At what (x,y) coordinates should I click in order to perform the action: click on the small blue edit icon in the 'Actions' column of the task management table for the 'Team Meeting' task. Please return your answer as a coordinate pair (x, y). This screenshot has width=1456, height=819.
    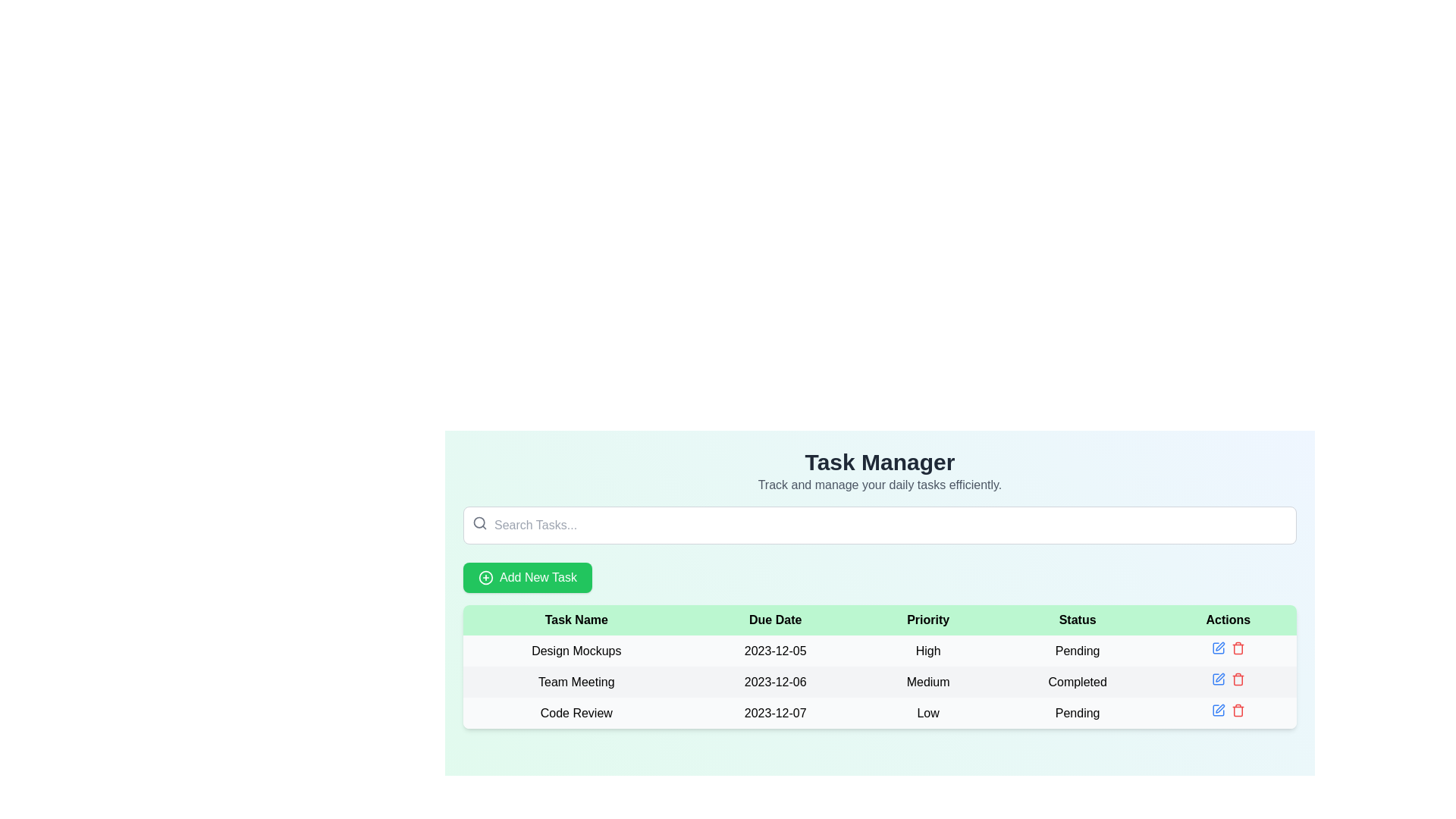
    Looking at the image, I should click on (1218, 678).